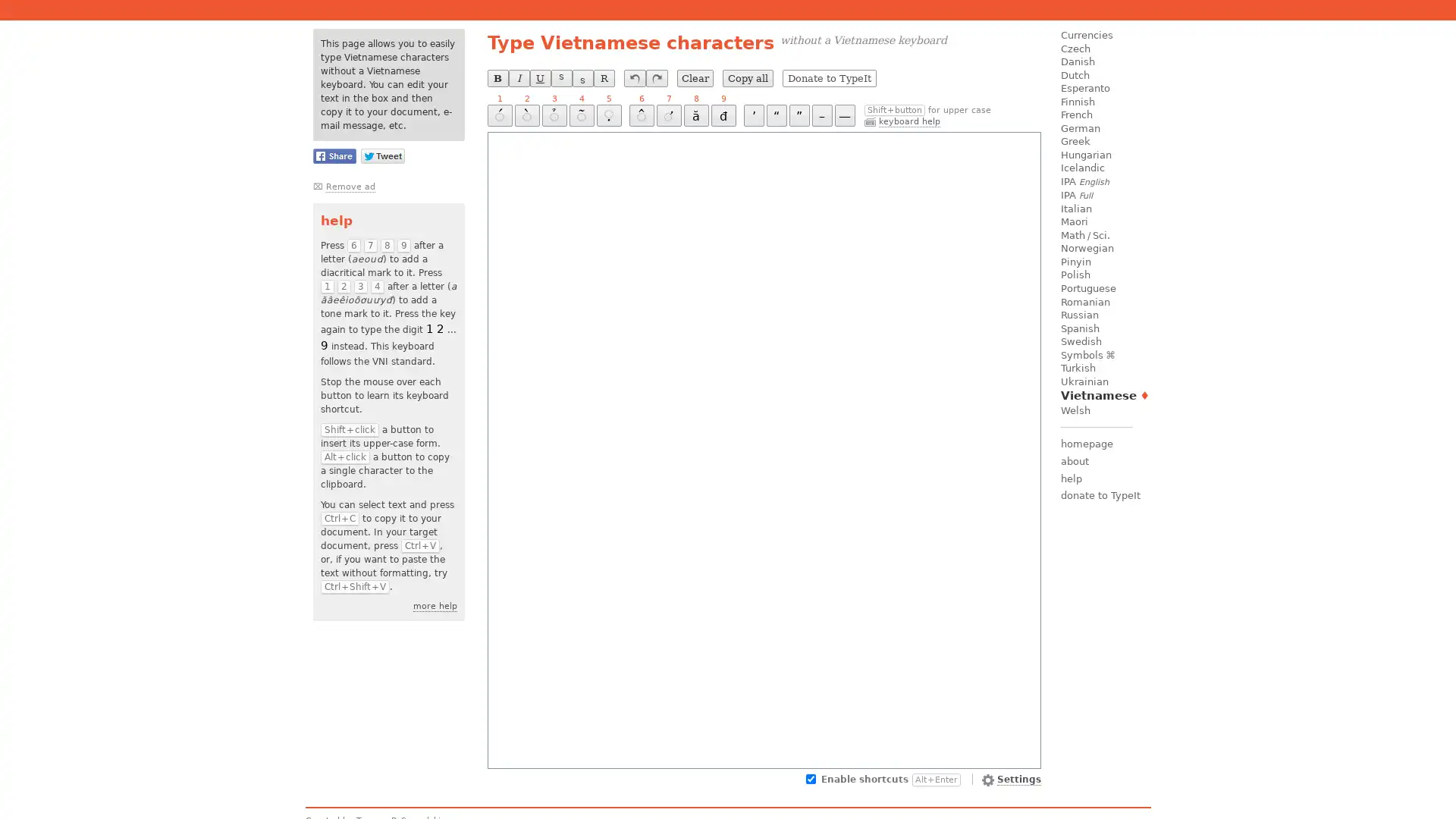 Image resolution: width=1456 pixels, height=819 pixels. I want to click on 7, so click(667, 115).